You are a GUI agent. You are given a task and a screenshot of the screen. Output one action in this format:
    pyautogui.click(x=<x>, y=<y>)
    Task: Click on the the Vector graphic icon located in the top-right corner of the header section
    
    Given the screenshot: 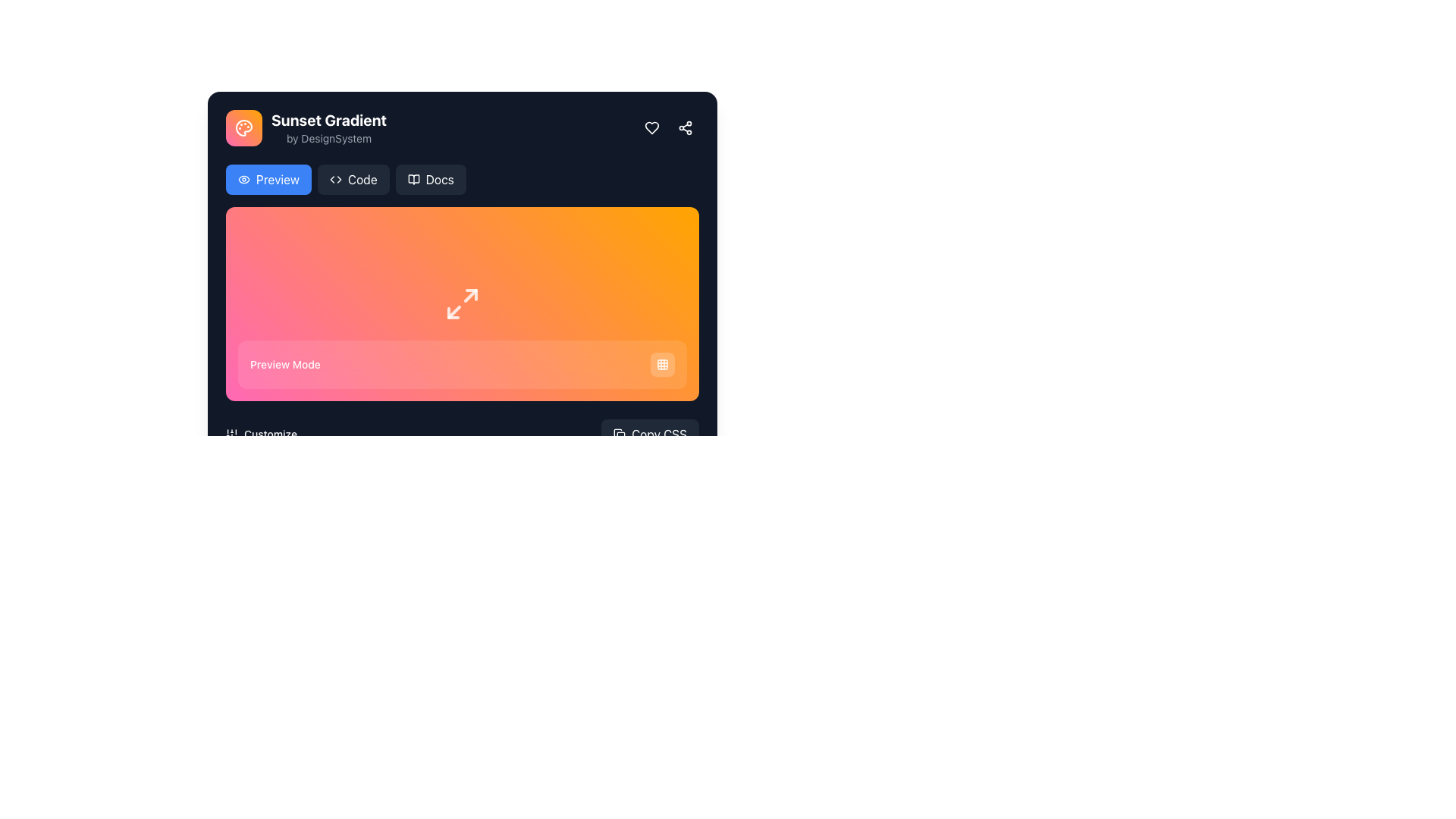 What is the action you would take?
    pyautogui.click(x=651, y=127)
    